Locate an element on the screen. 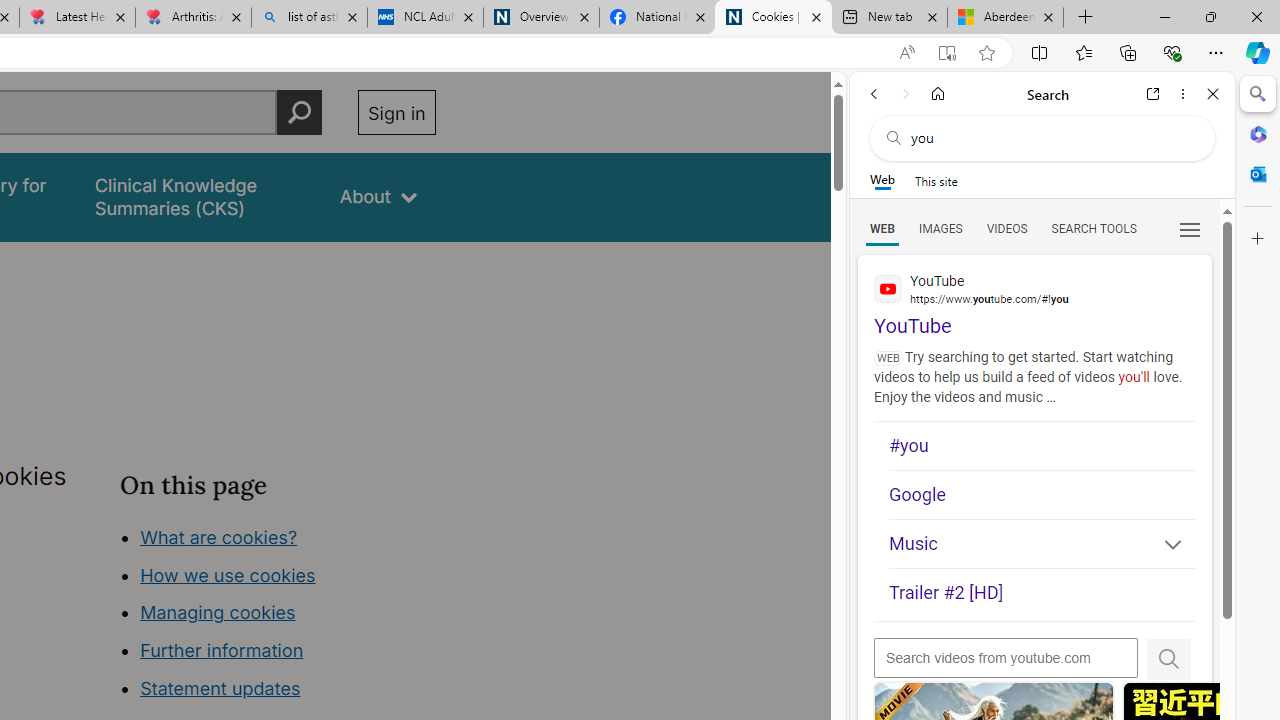 Image resolution: width=1280 pixels, height=720 pixels. 'Managing cookies' is located at coordinates (217, 612).